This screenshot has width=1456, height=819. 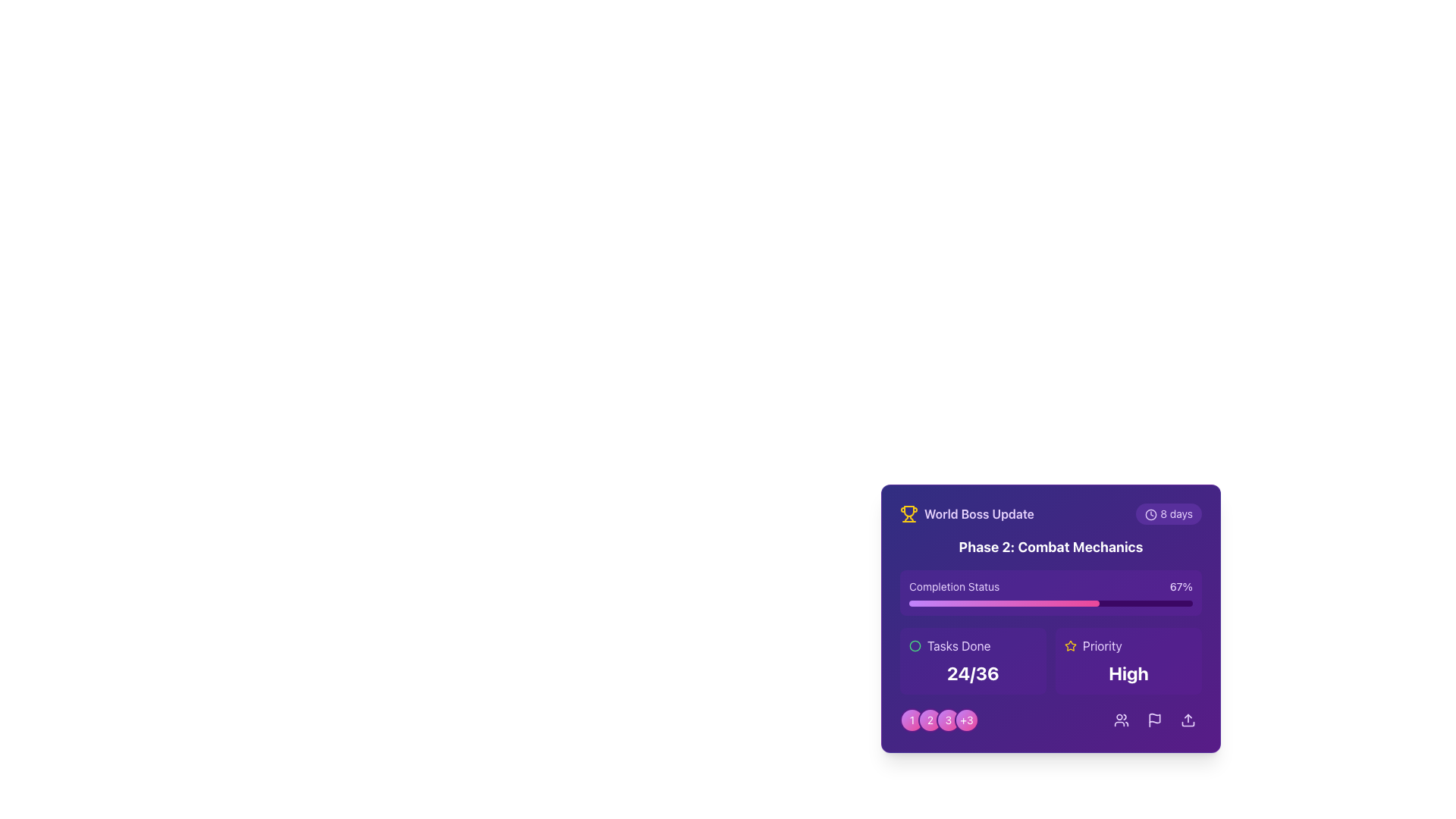 What do you see at coordinates (914, 646) in the screenshot?
I see `the circular icon with a hollowed green stroke located at the bottom-right area of the UI card to interact` at bounding box center [914, 646].